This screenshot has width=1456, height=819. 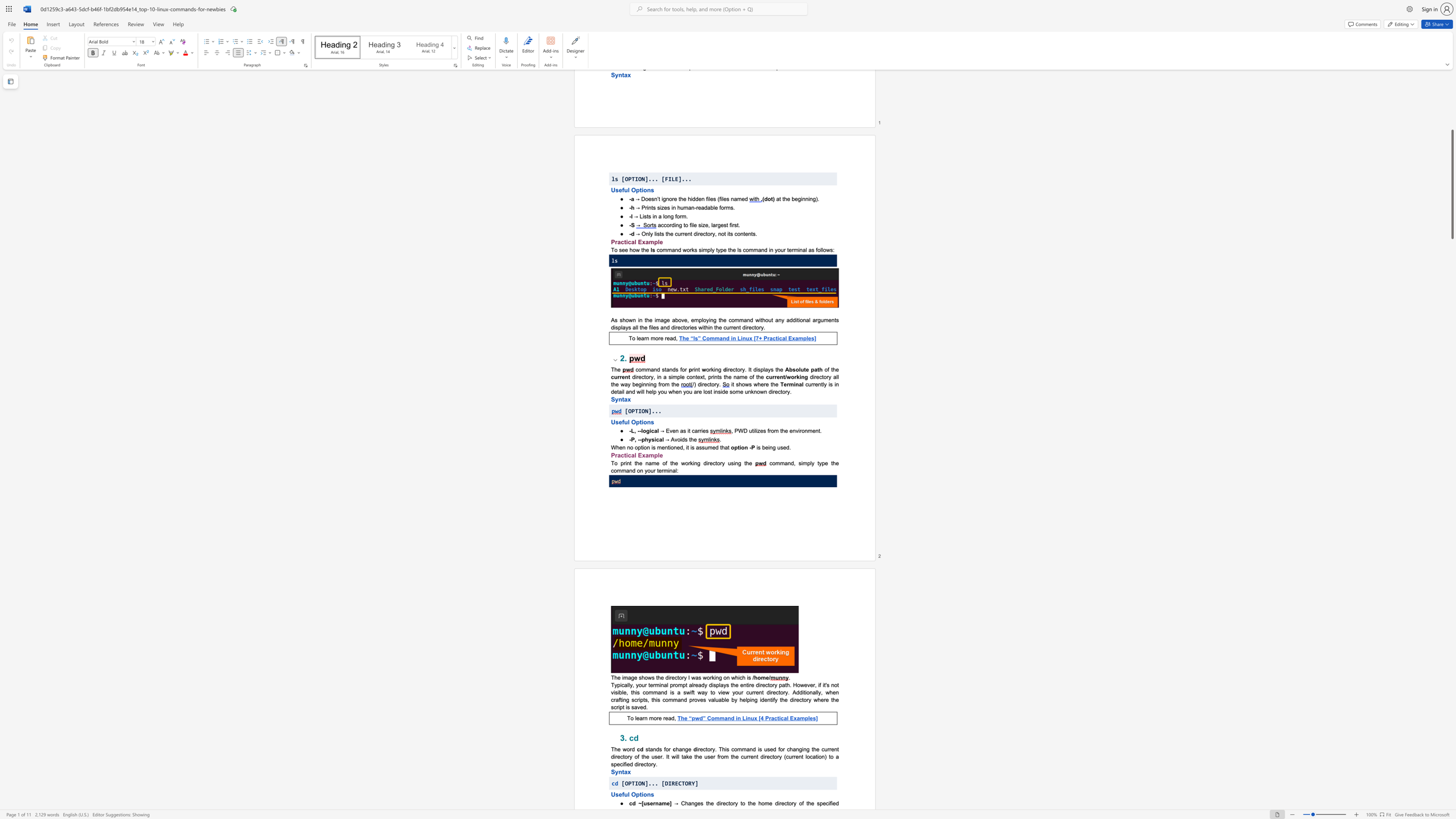 What do you see at coordinates (831, 699) in the screenshot?
I see `the 3th character "t" in the text` at bounding box center [831, 699].